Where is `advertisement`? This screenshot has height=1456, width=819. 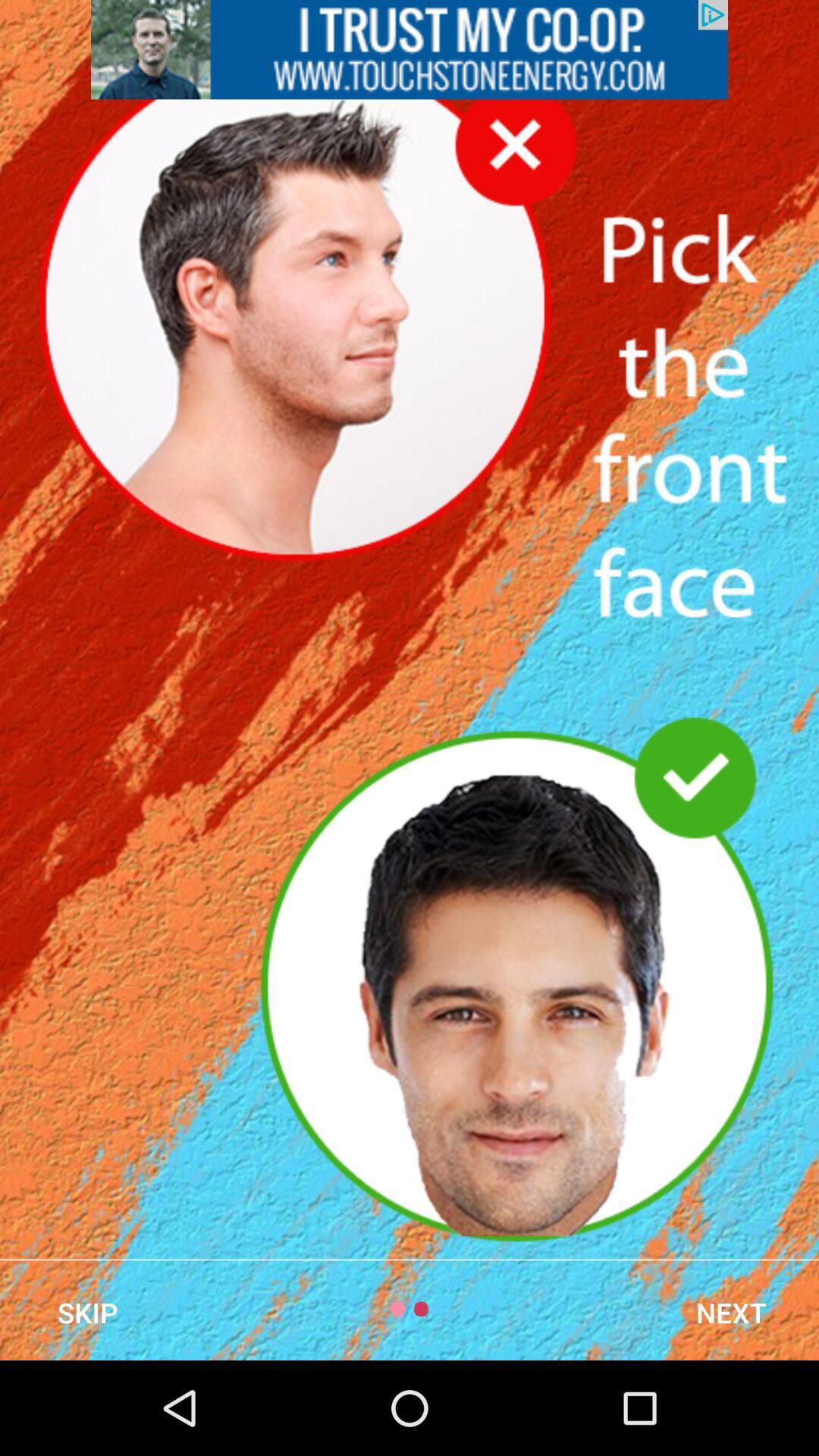
advertisement is located at coordinates (409, 49).